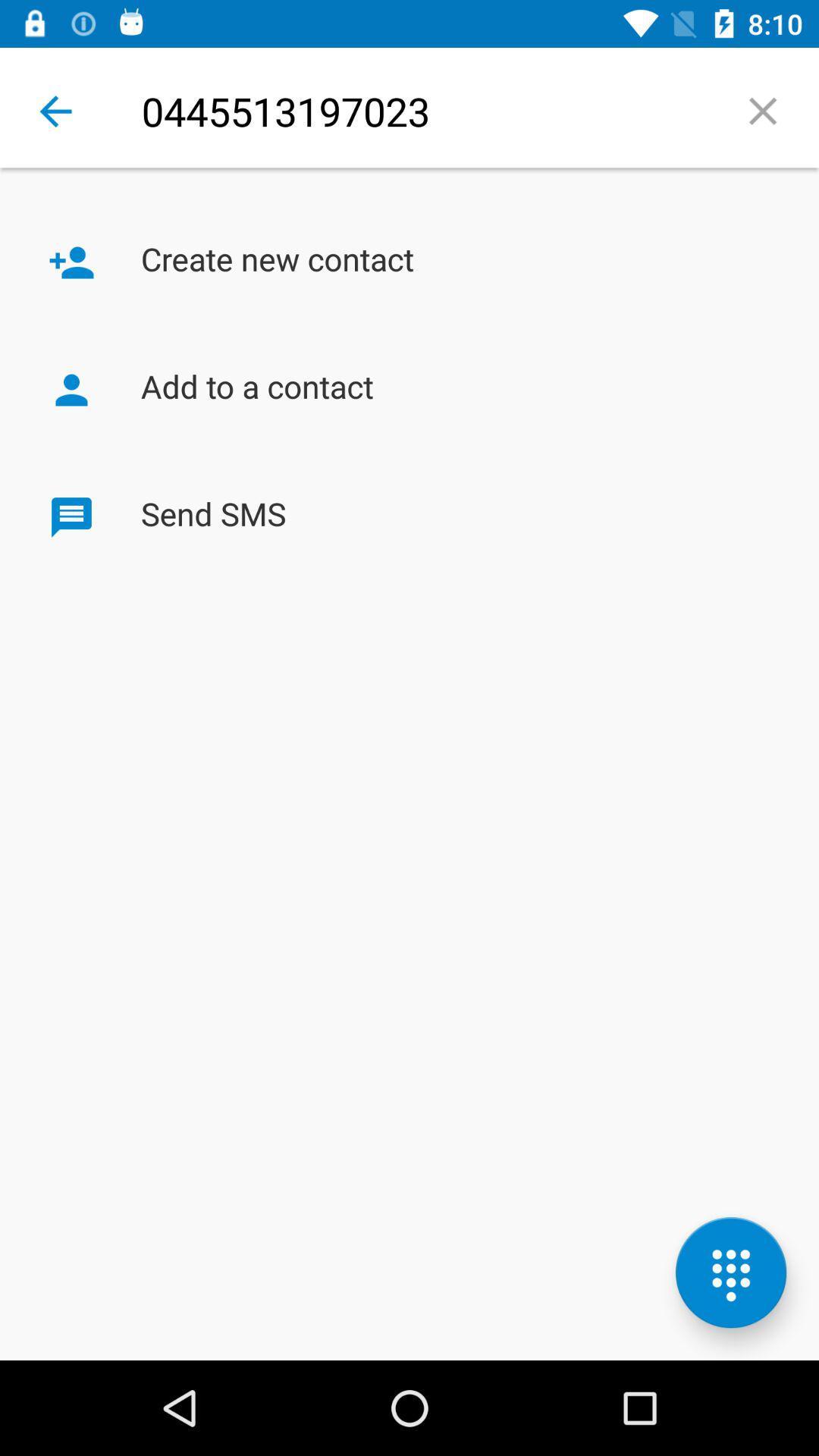 This screenshot has width=819, height=1456. Describe the element at coordinates (730, 1272) in the screenshot. I see `the dialpad icon` at that location.